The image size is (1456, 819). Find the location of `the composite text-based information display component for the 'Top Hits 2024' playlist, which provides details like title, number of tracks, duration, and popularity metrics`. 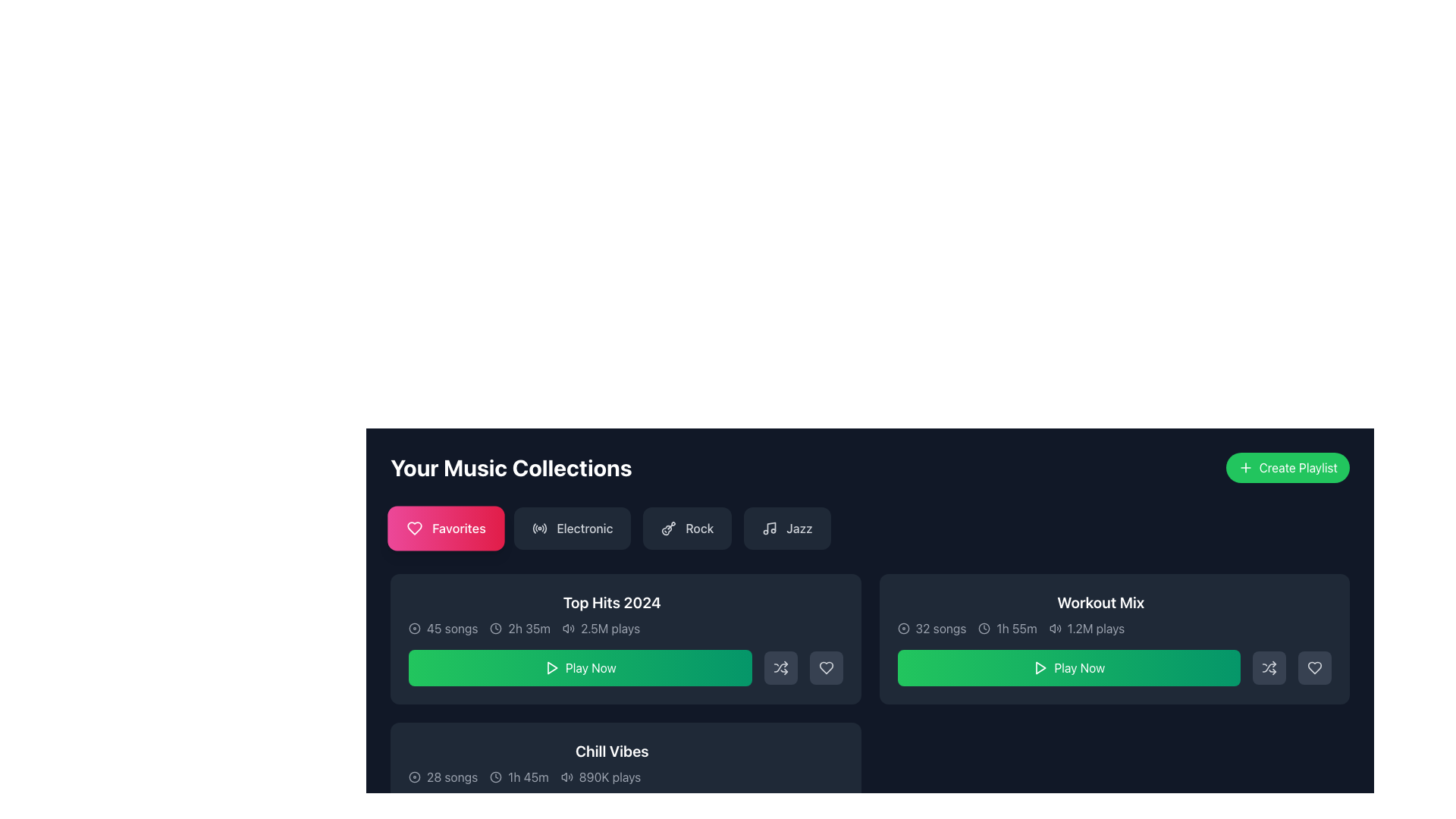

the composite text-based information display component for the 'Top Hits 2024' playlist, which provides details like title, number of tracks, duration, and popularity metrics is located at coordinates (626, 614).